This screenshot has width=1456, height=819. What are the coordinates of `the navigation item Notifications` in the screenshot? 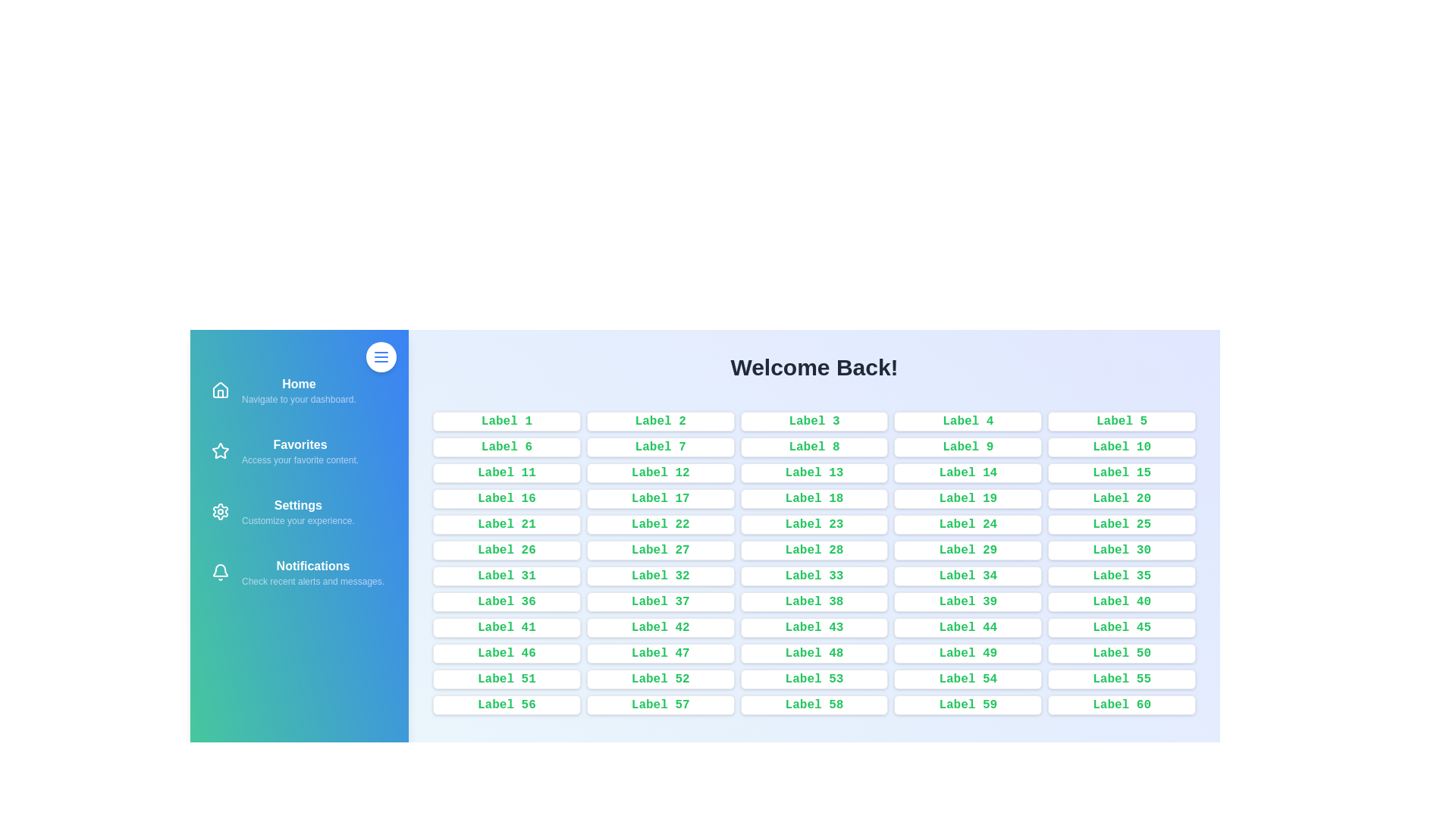 It's located at (299, 573).